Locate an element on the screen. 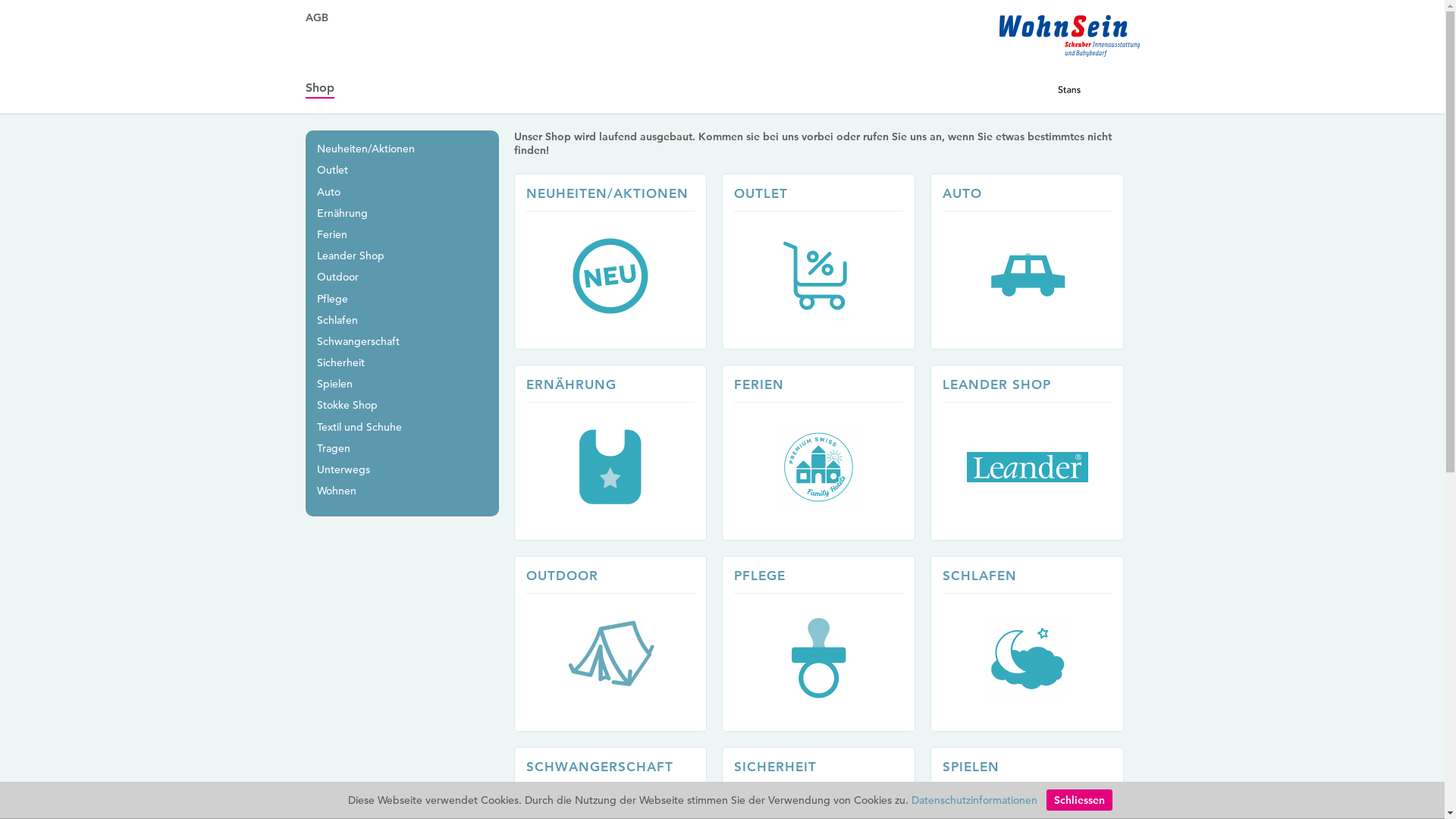 The image size is (1456, 819). 'SCHWANGERSCHAFT' is located at coordinates (599, 766).